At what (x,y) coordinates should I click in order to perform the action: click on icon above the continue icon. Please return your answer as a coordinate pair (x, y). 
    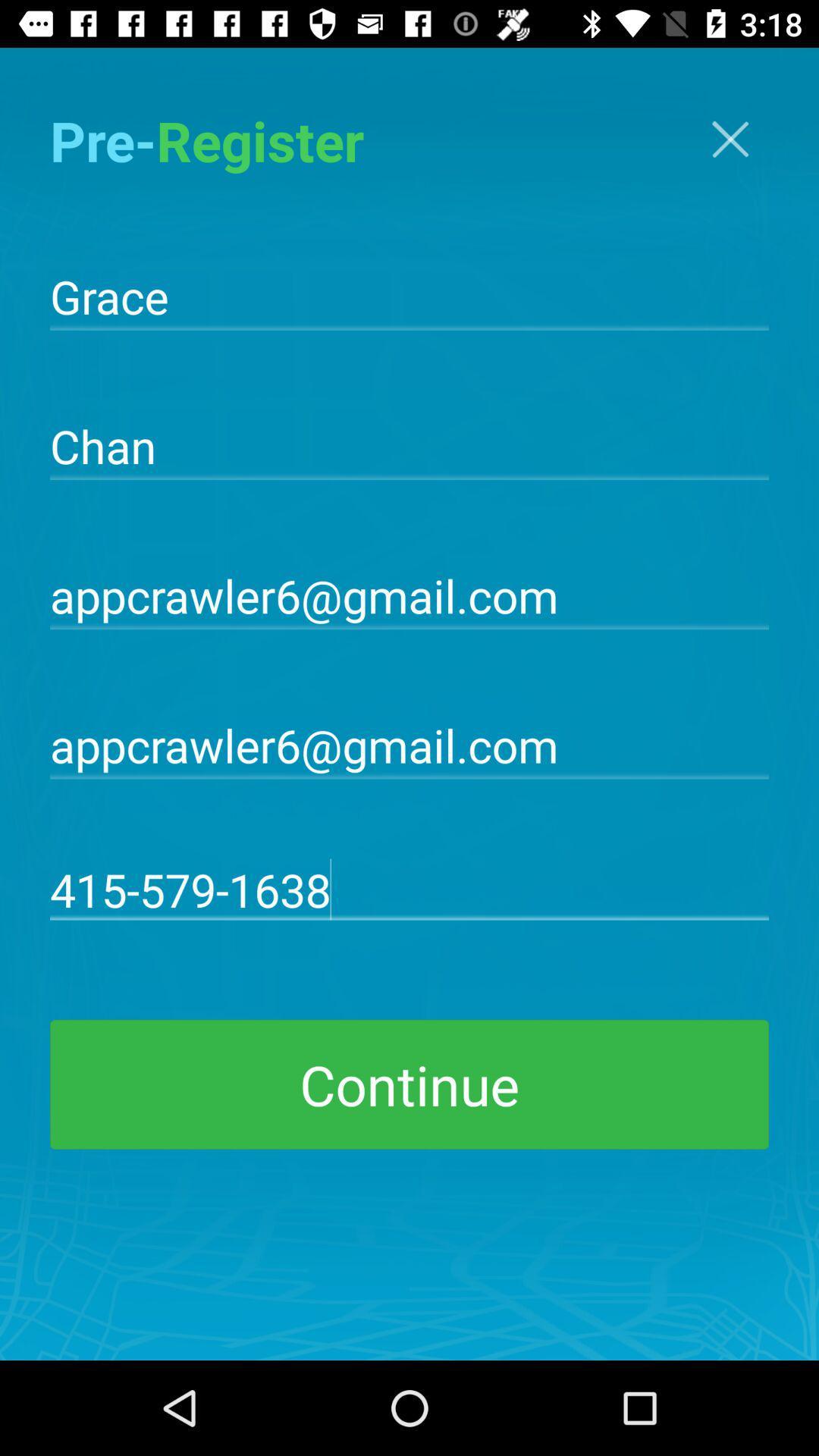
    Looking at the image, I should click on (409, 889).